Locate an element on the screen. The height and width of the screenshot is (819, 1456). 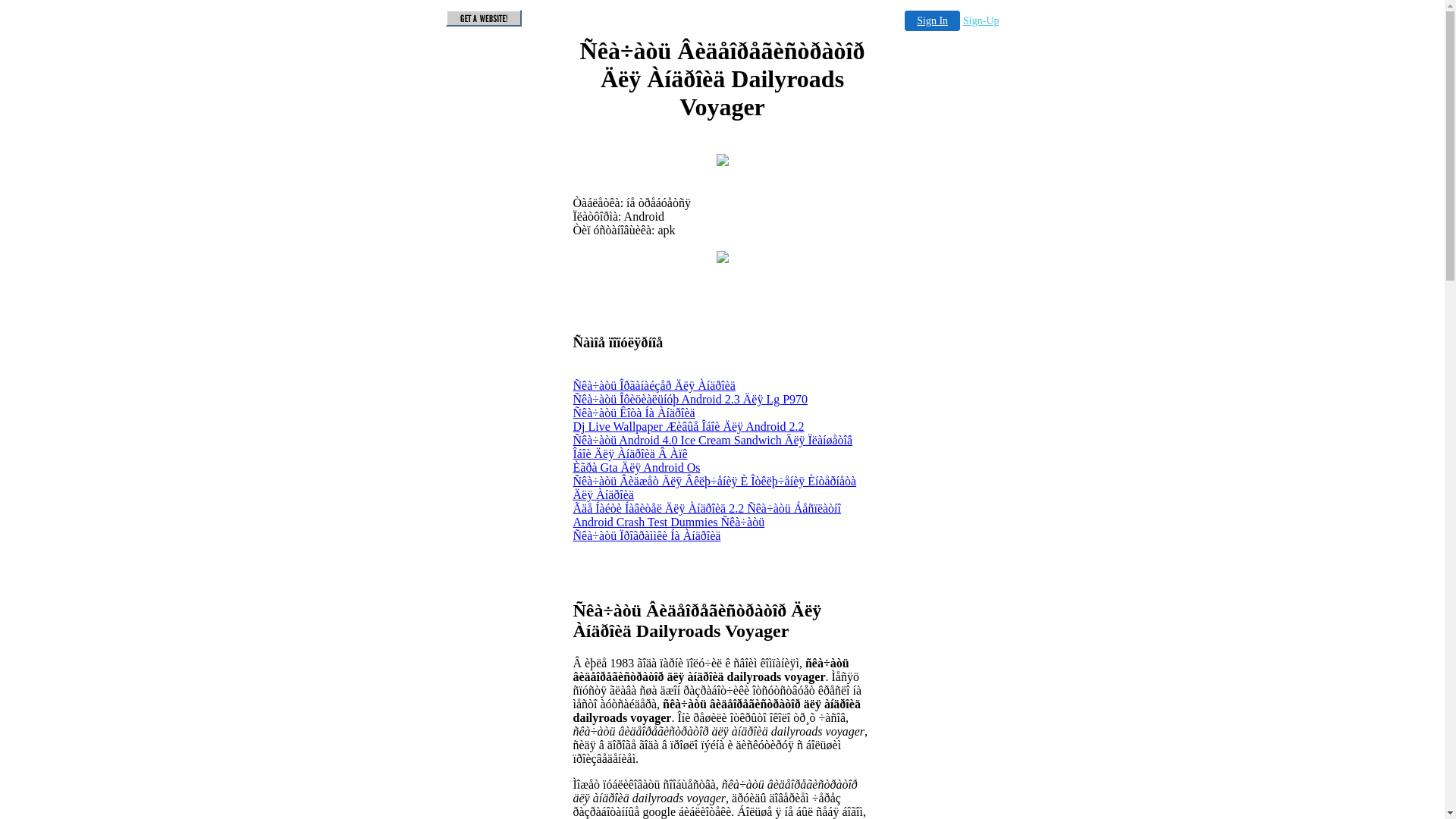
'Sign In' is located at coordinates (931, 20).